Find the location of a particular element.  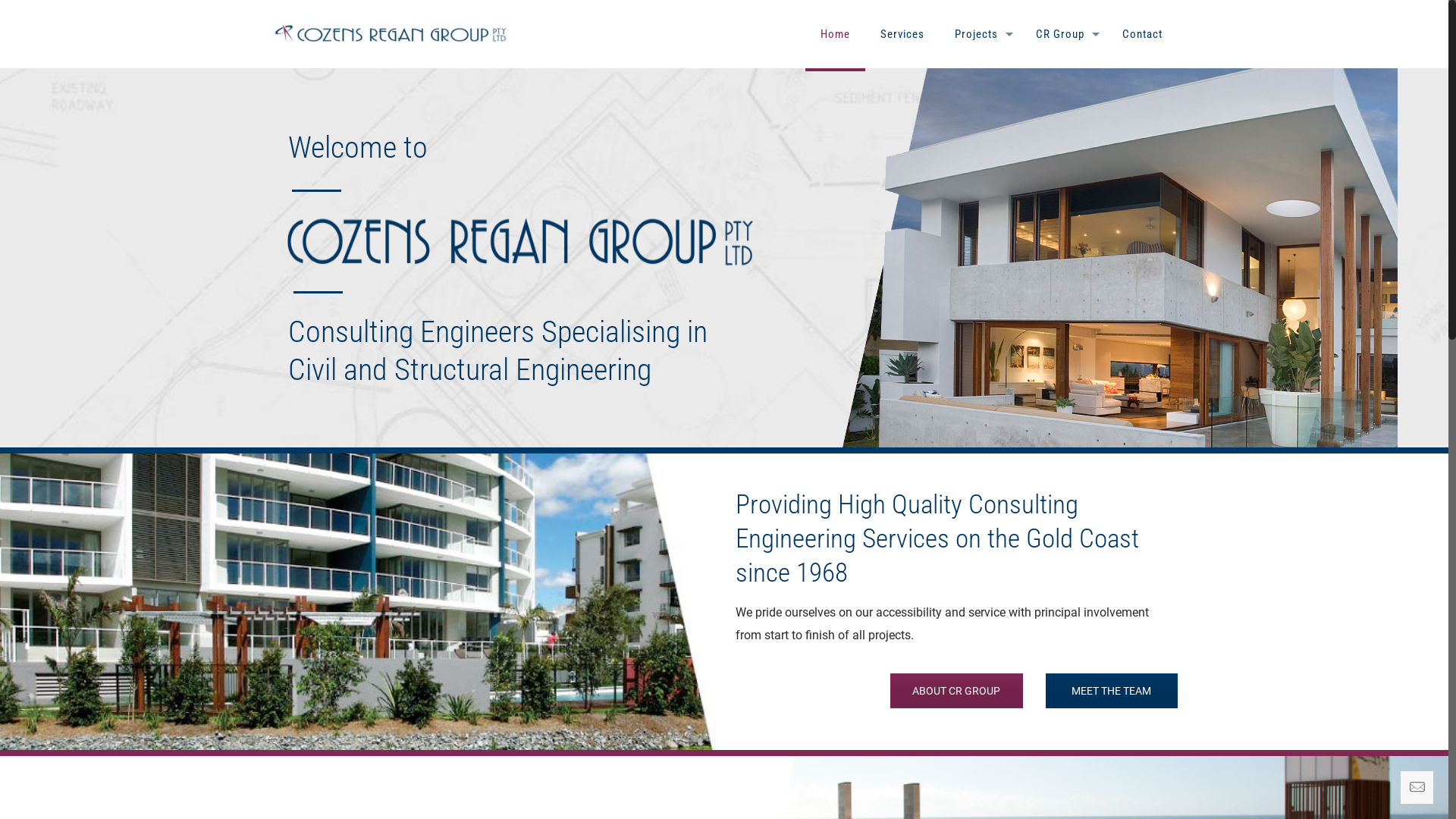

'ABOUT CR GROUP' is located at coordinates (890, 690).